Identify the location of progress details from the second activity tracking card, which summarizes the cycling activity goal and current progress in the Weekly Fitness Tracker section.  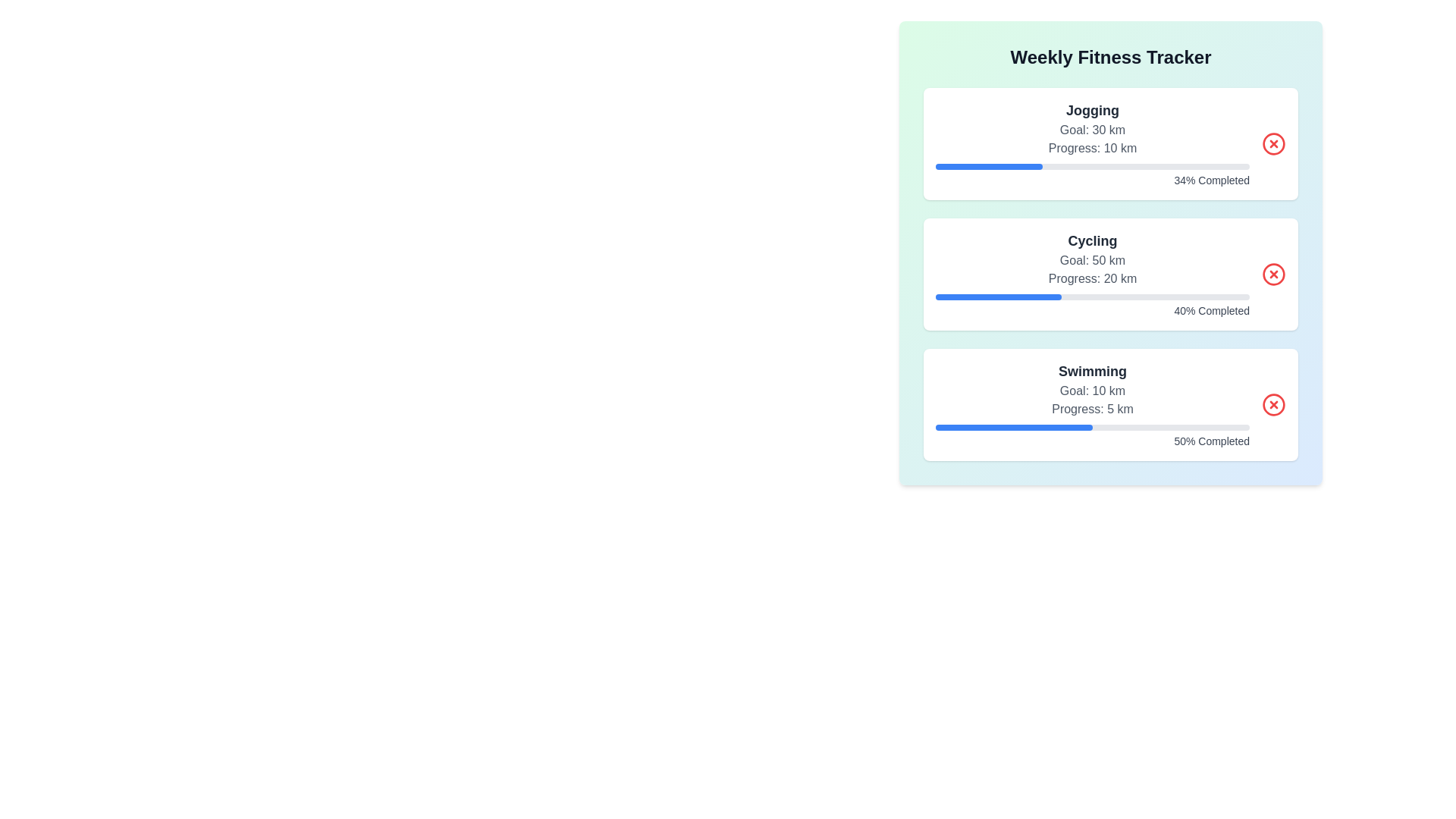
(1110, 275).